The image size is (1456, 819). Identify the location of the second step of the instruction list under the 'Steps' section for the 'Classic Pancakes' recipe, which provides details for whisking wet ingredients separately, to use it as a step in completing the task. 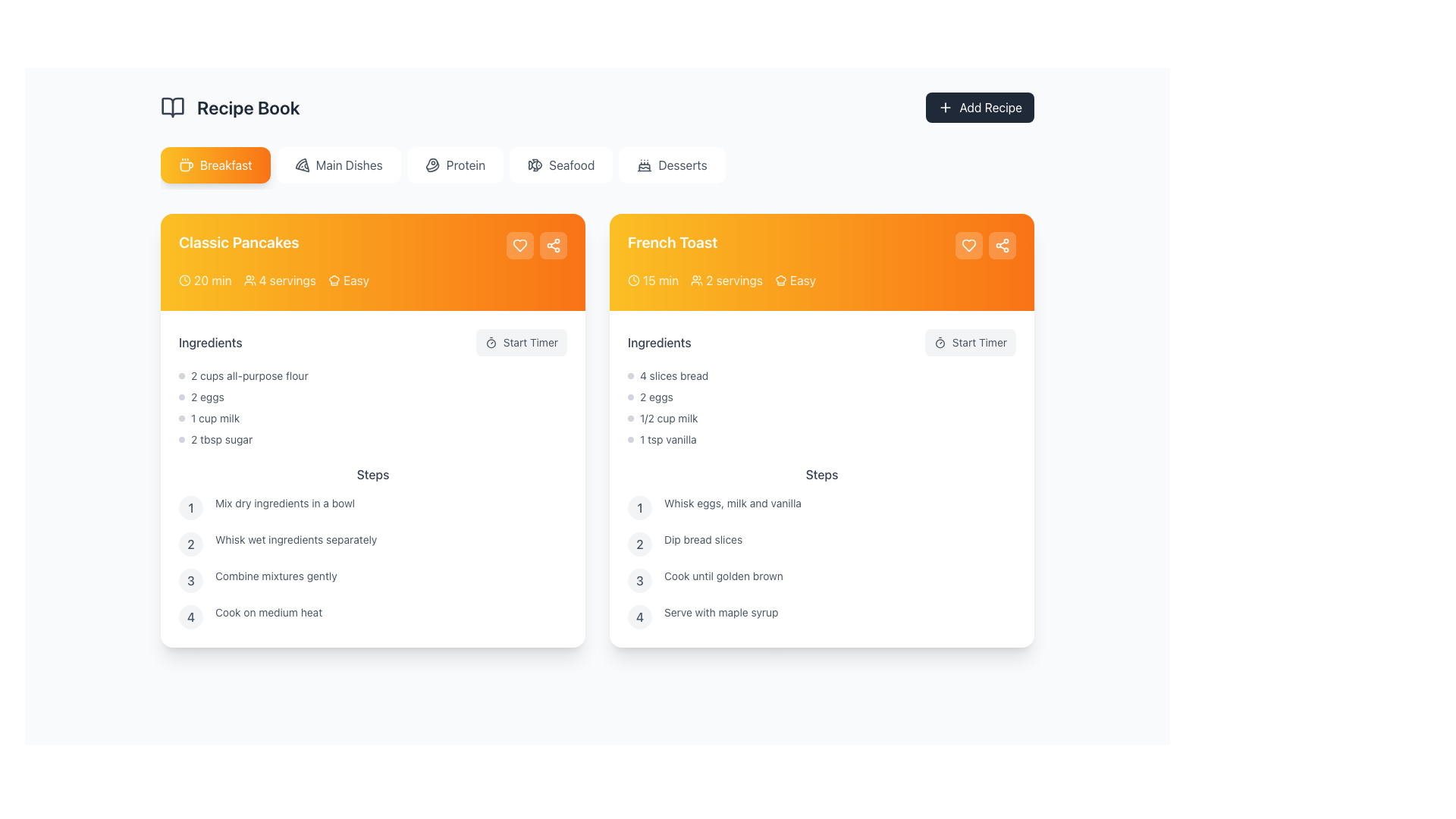
(372, 543).